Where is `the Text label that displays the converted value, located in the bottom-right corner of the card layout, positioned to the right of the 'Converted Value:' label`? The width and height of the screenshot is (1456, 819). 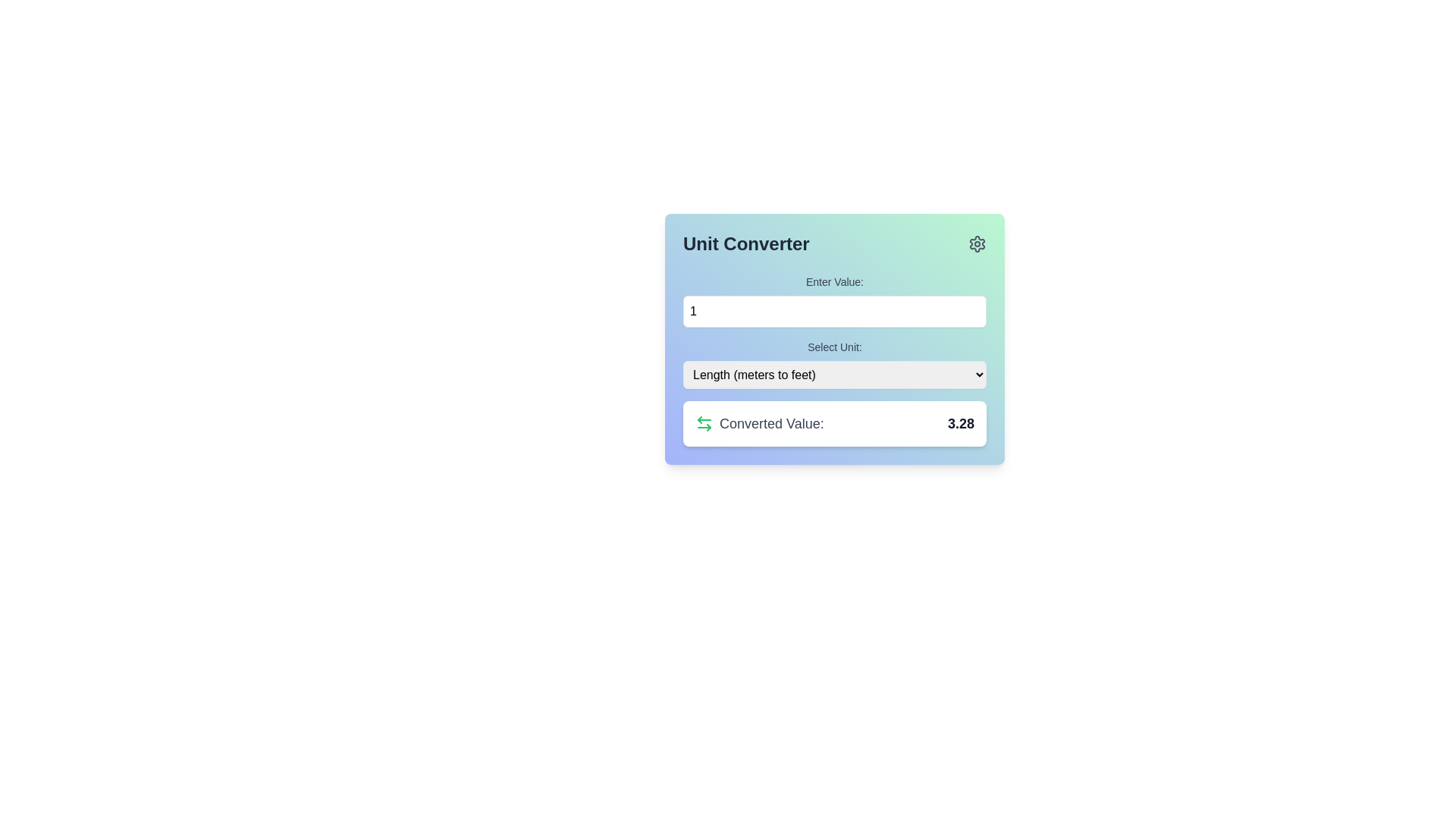 the Text label that displays the converted value, located in the bottom-right corner of the card layout, positioned to the right of the 'Converted Value:' label is located at coordinates (960, 424).